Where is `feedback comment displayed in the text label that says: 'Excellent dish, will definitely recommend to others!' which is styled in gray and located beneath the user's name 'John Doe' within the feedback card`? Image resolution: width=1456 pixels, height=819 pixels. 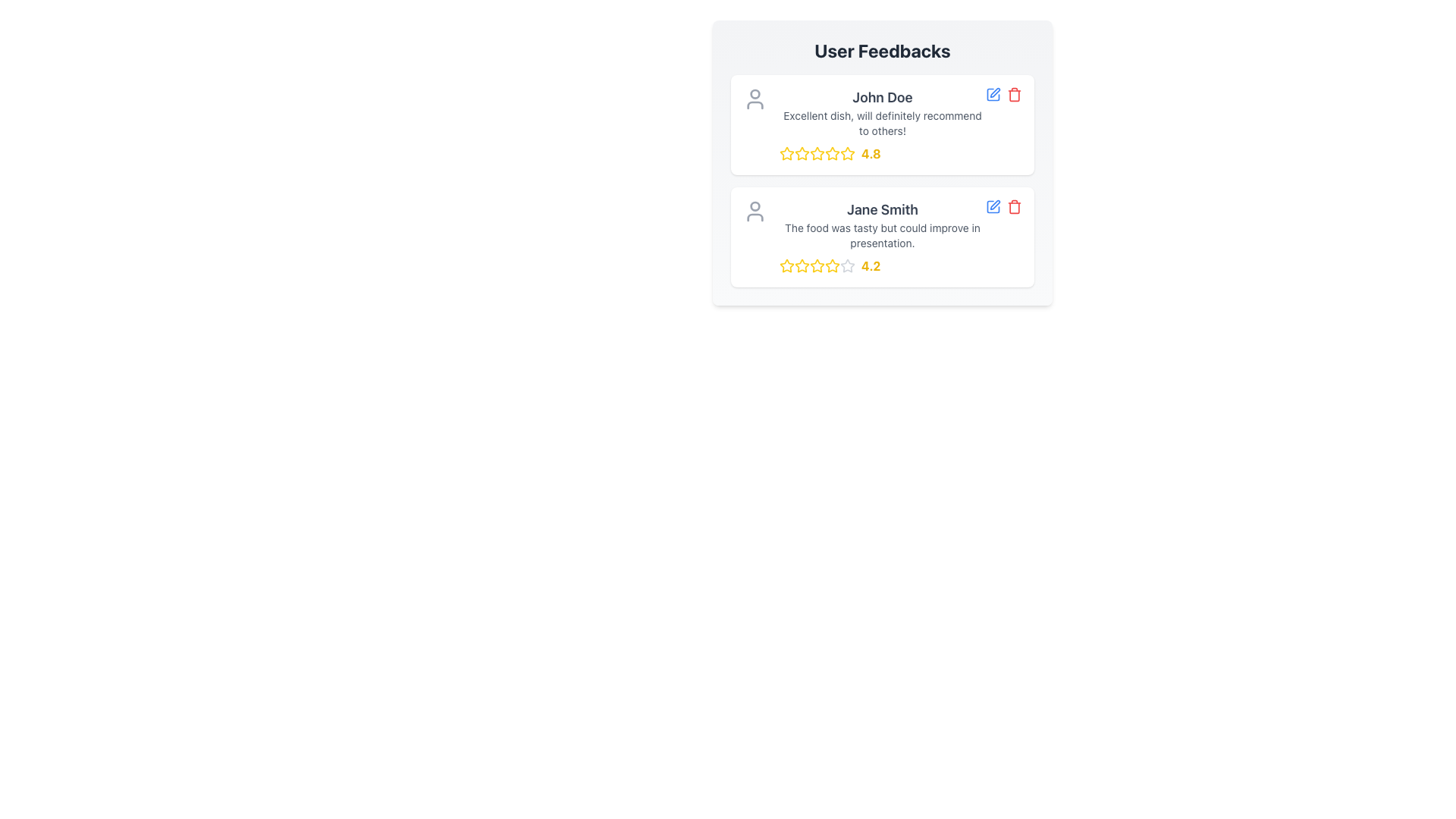 feedback comment displayed in the text label that says: 'Excellent dish, will definitely recommend to others!' which is styled in gray and located beneath the user's name 'John Doe' within the feedback card is located at coordinates (882, 122).